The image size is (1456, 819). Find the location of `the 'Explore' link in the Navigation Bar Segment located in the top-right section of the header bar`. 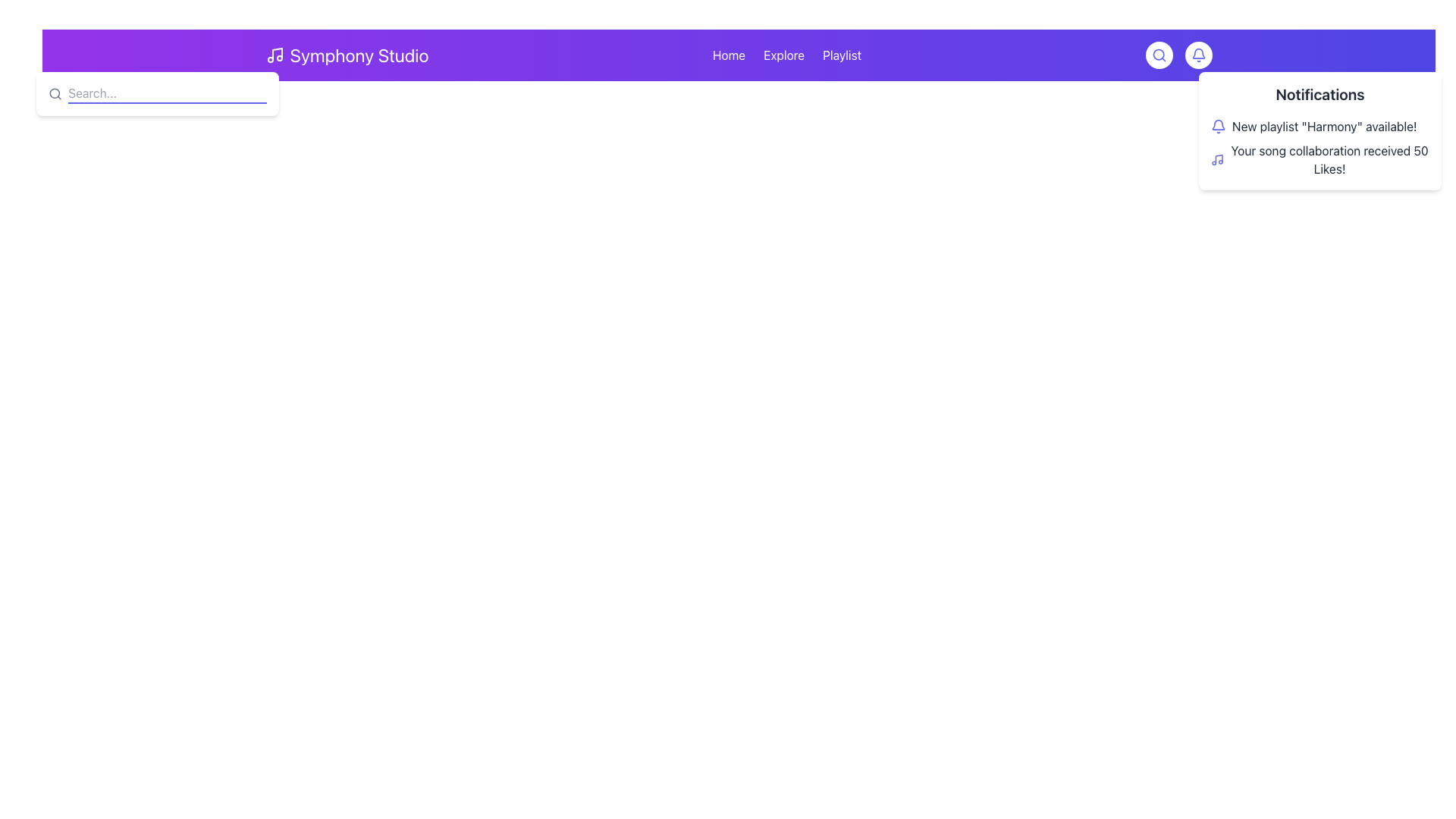

the 'Explore' link in the Navigation Bar Segment located in the top-right section of the header bar is located at coordinates (786, 55).